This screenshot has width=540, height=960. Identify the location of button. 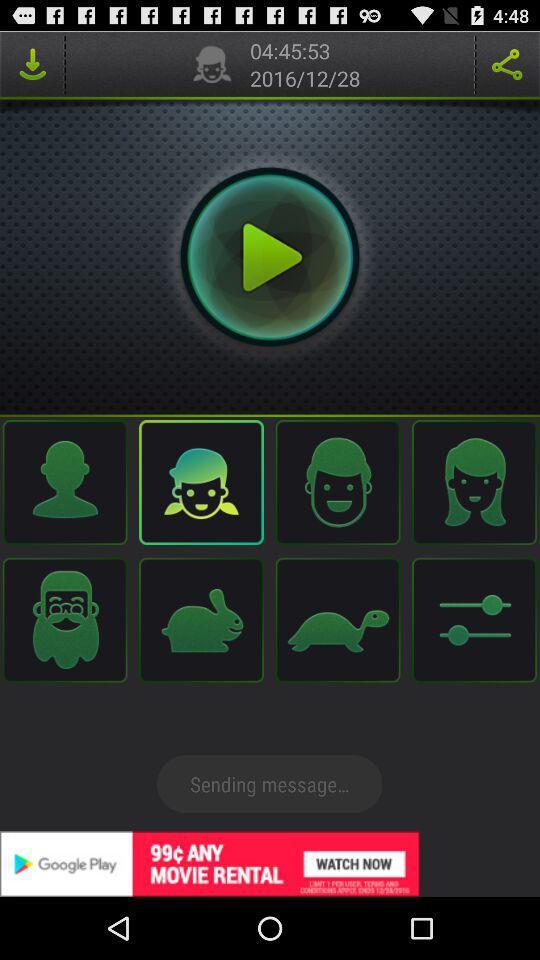
(270, 256).